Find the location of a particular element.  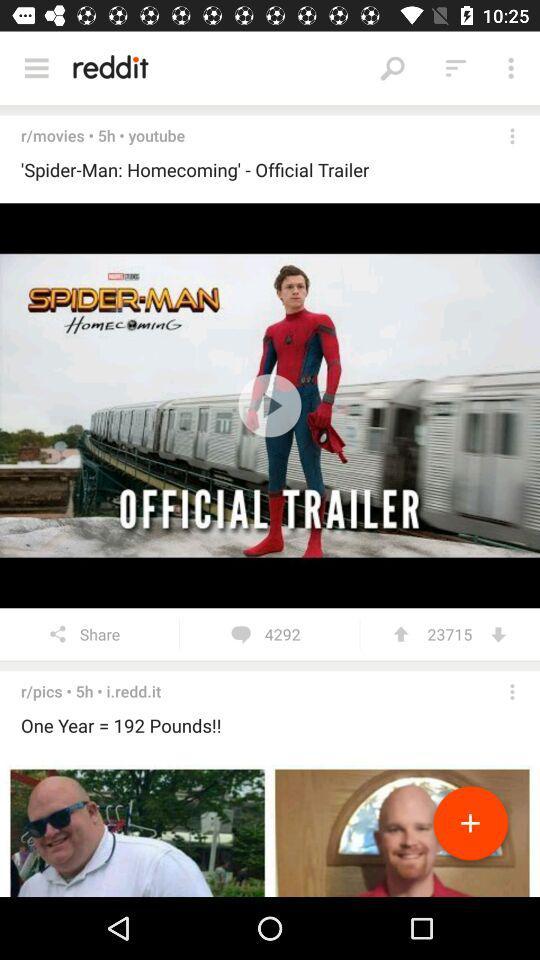

more options is located at coordinates (512, 135).